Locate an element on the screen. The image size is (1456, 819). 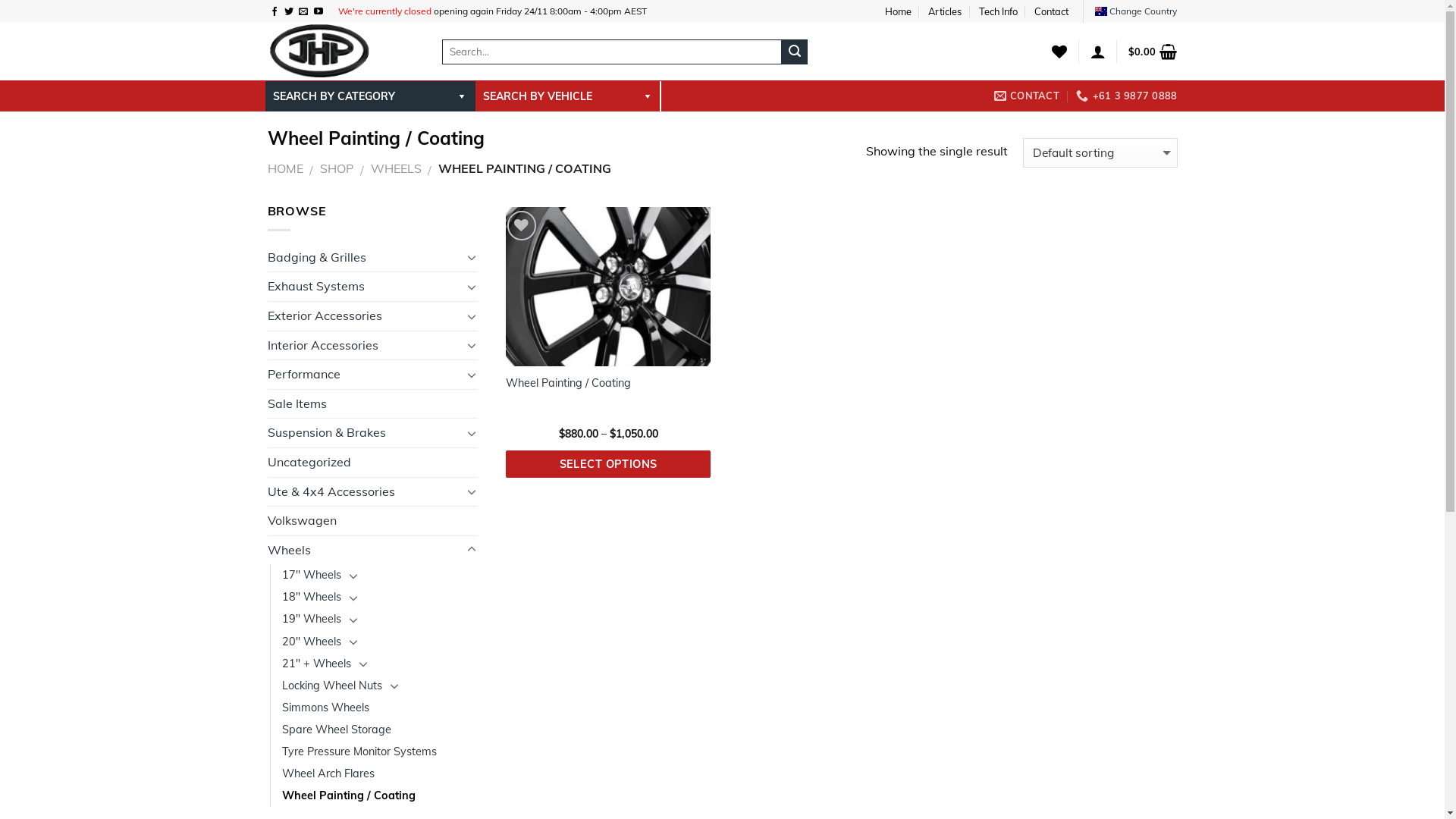
'18" Wheels' is located at coordinates (282, 596).